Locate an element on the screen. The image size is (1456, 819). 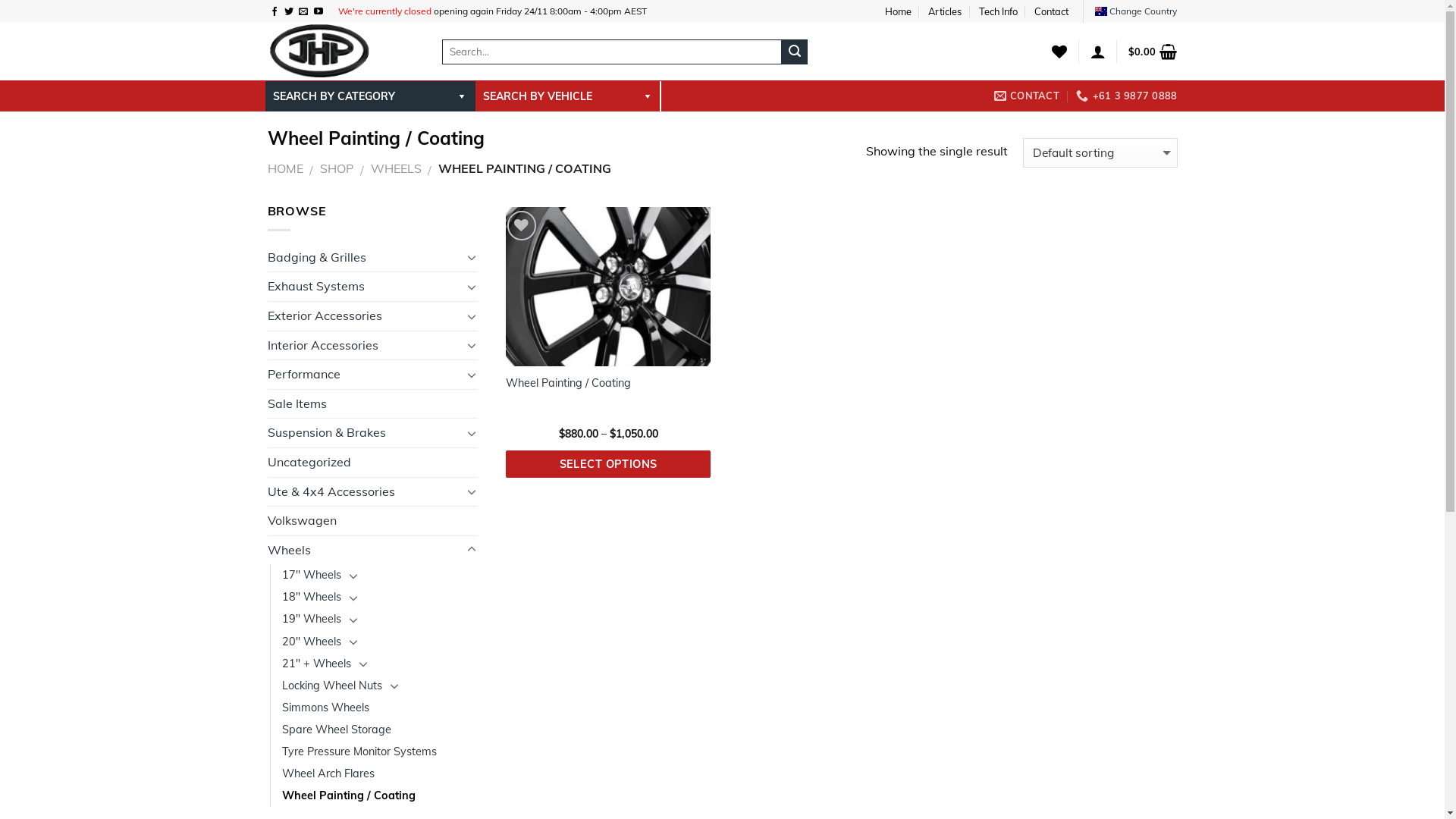
'18" Wheels' is located at coordinates (282, 596).